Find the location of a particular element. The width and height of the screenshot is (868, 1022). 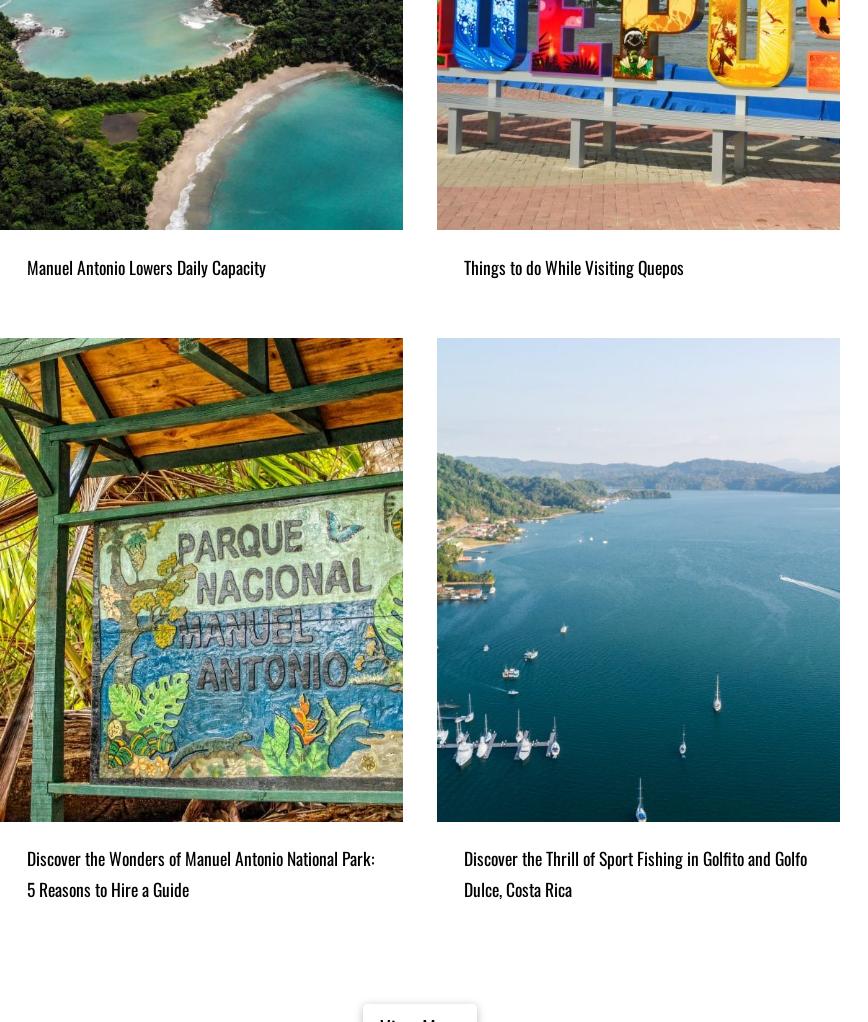

'Horseback Riding through the jungle from Manuel Antonio' is located at coordinates (142, 927).